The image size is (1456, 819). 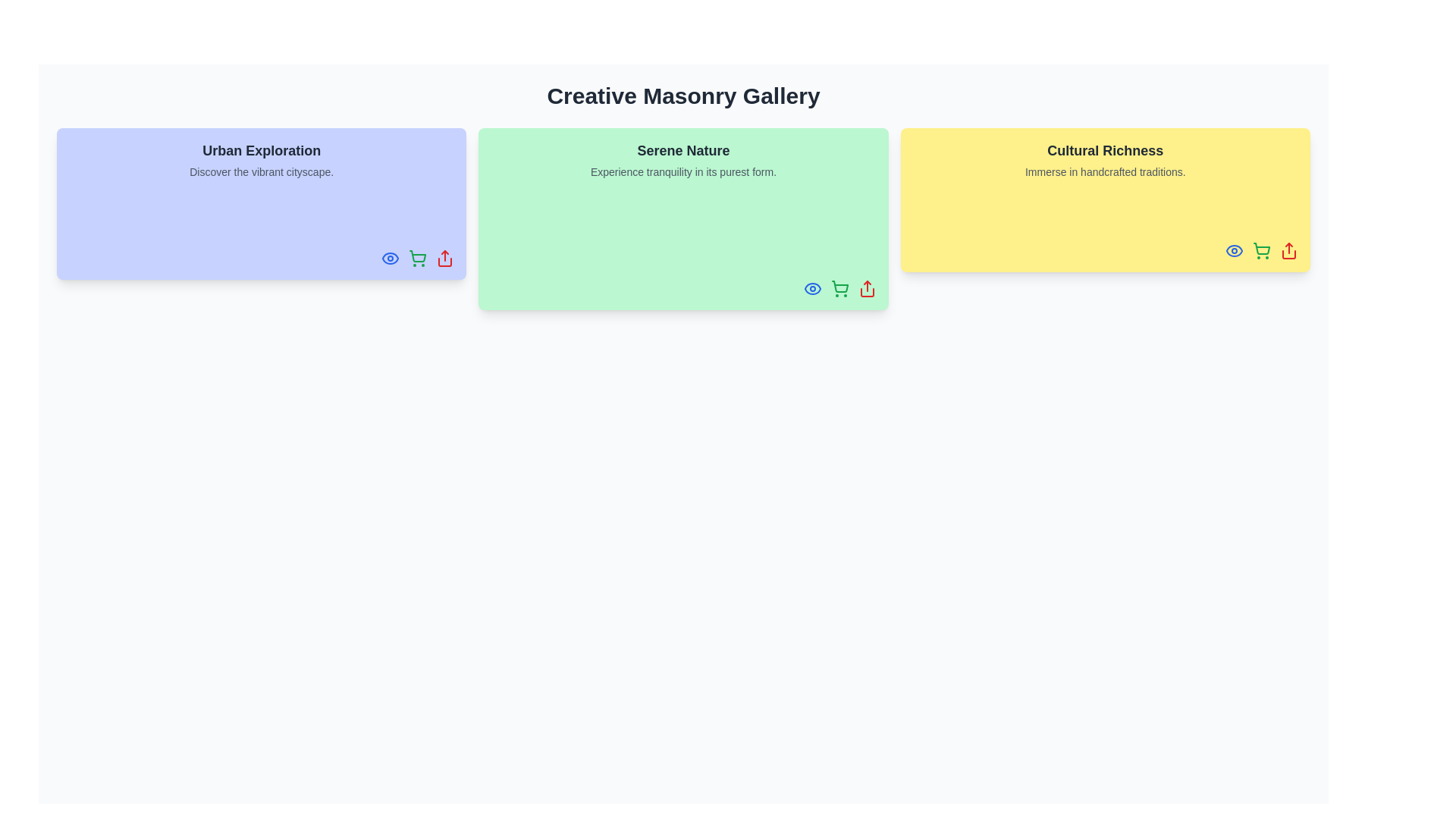 What do you see at coordinates (390, 257) in the screenshot?
I see `the view icon button located in the bottom-right corner of the leftmost blue card titled 'Urban Exploration'` at bounding box center [390, 257].